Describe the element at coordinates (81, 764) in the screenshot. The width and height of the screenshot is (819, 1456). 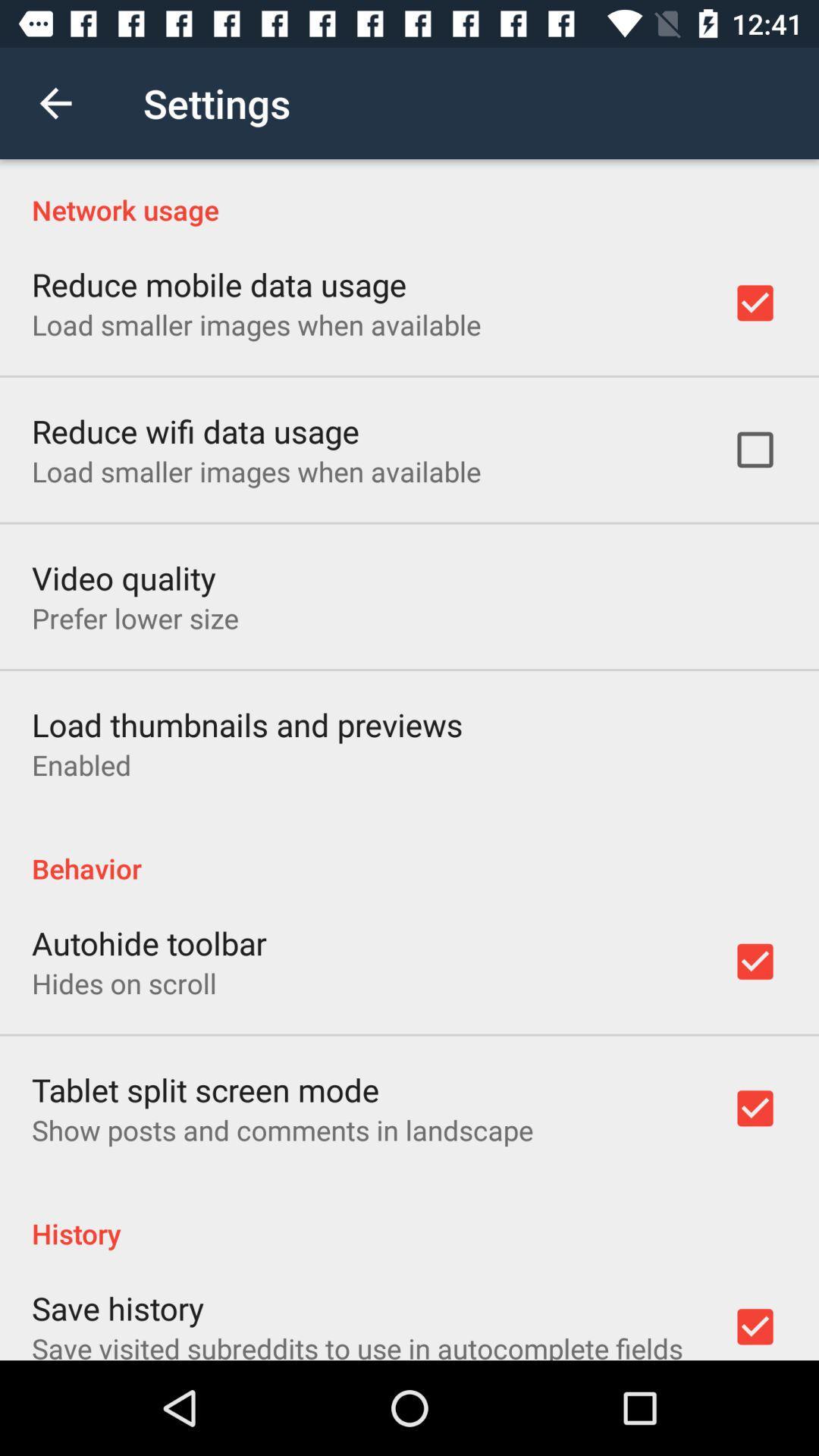
I see `the icon below the load thumbnails and item` at that location.